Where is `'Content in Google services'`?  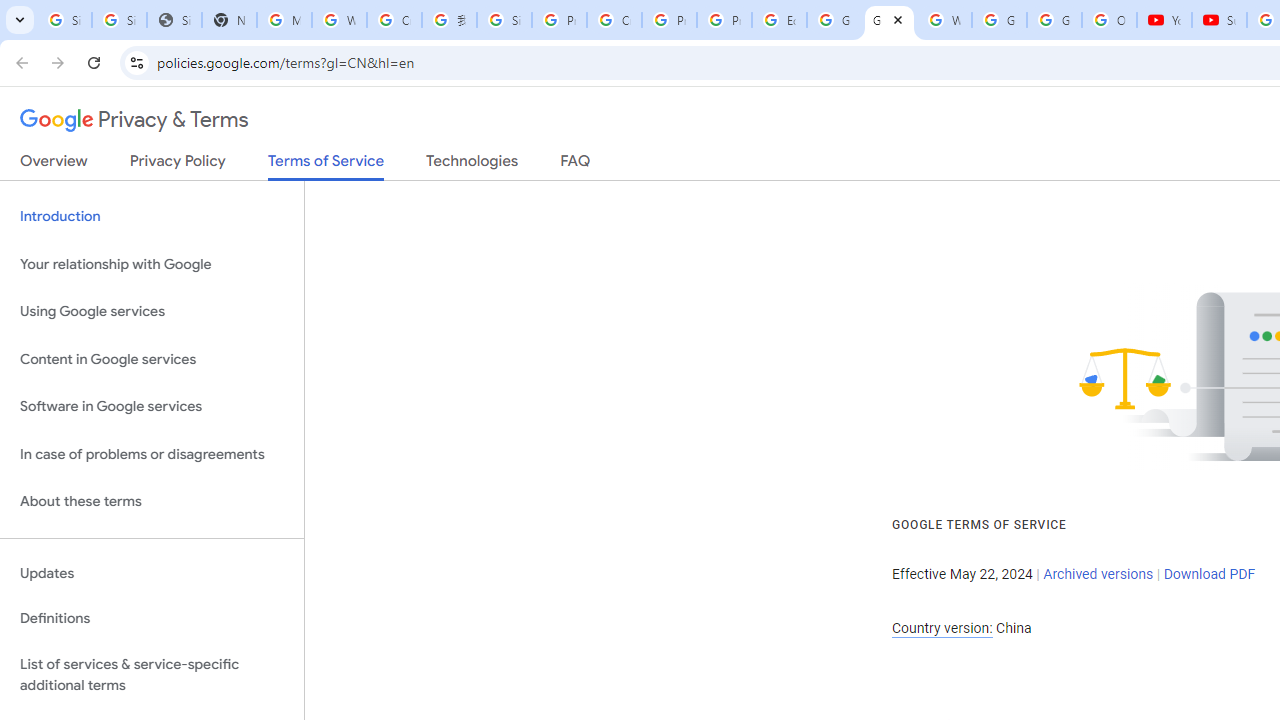
'Content in Google services' is located at coordinates (151, 358).